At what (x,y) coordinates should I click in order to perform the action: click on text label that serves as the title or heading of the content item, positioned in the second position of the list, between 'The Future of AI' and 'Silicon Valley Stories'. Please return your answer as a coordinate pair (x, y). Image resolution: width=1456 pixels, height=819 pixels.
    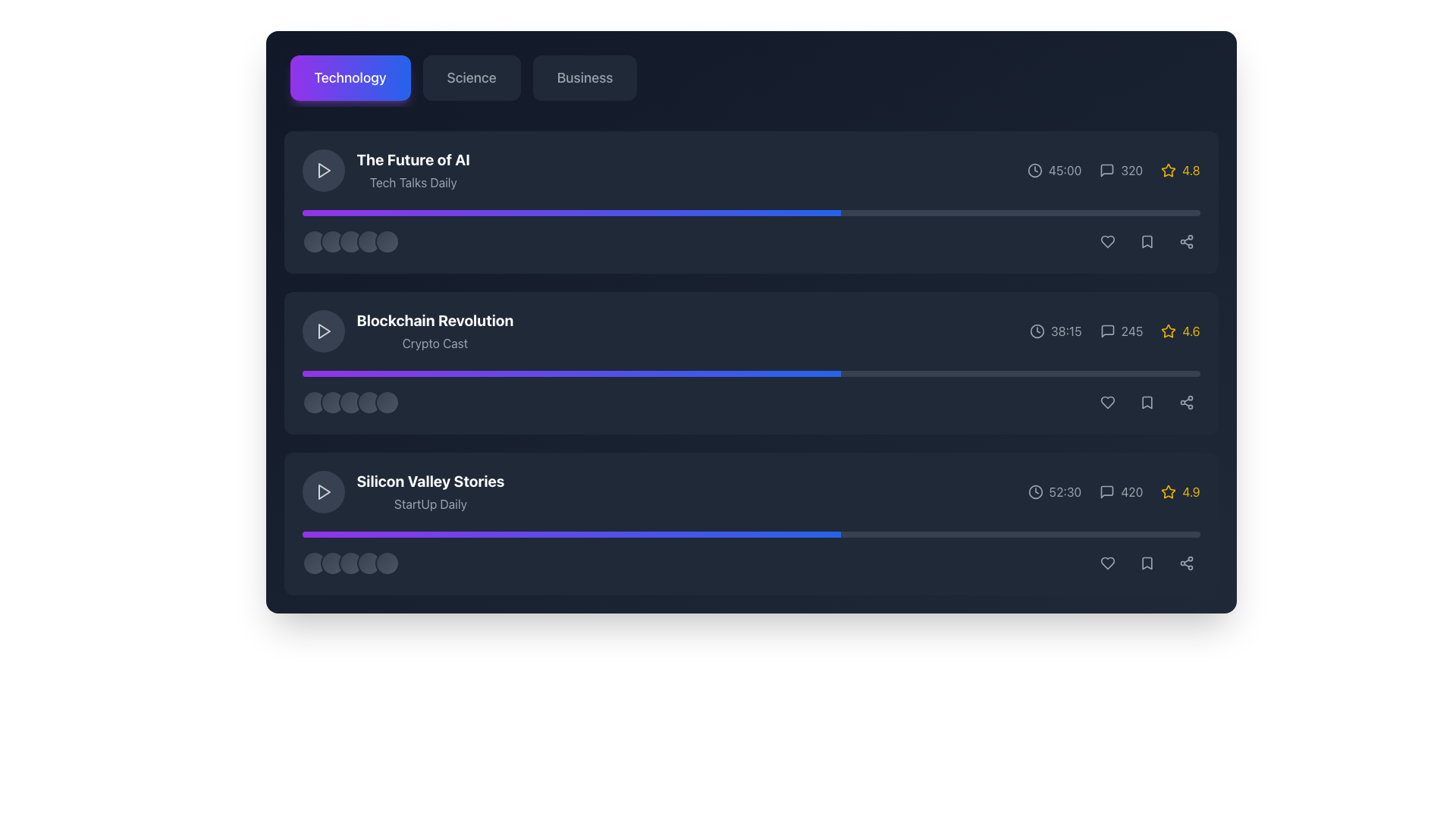
    Looking at the image, I should click on (434, 320).